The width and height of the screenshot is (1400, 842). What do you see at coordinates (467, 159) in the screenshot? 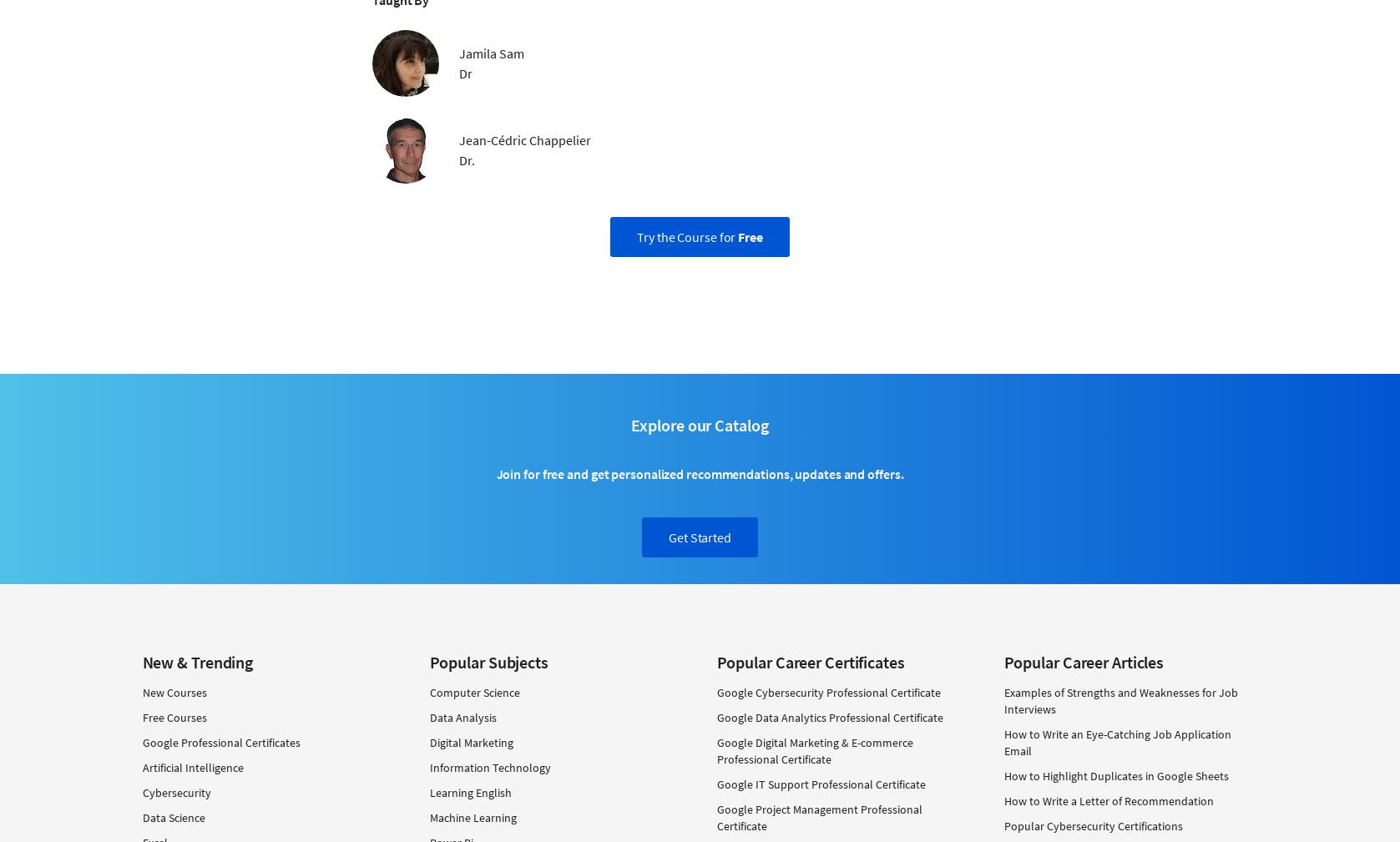
I see `'Dr.'` at bounding box center [467, 159].